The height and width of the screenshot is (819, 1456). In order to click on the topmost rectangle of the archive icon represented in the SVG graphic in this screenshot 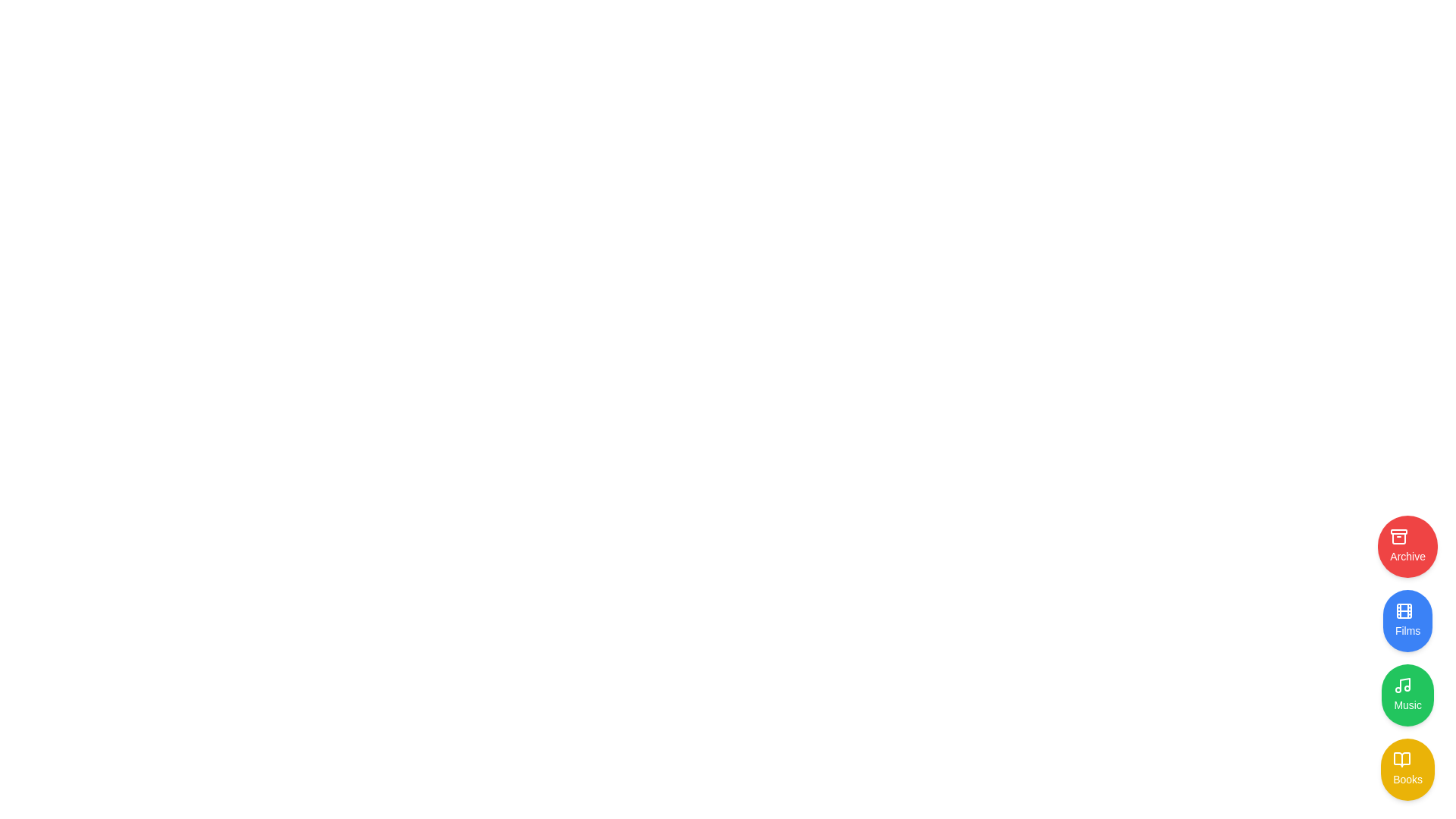, I will do `click(1398, 531)`.